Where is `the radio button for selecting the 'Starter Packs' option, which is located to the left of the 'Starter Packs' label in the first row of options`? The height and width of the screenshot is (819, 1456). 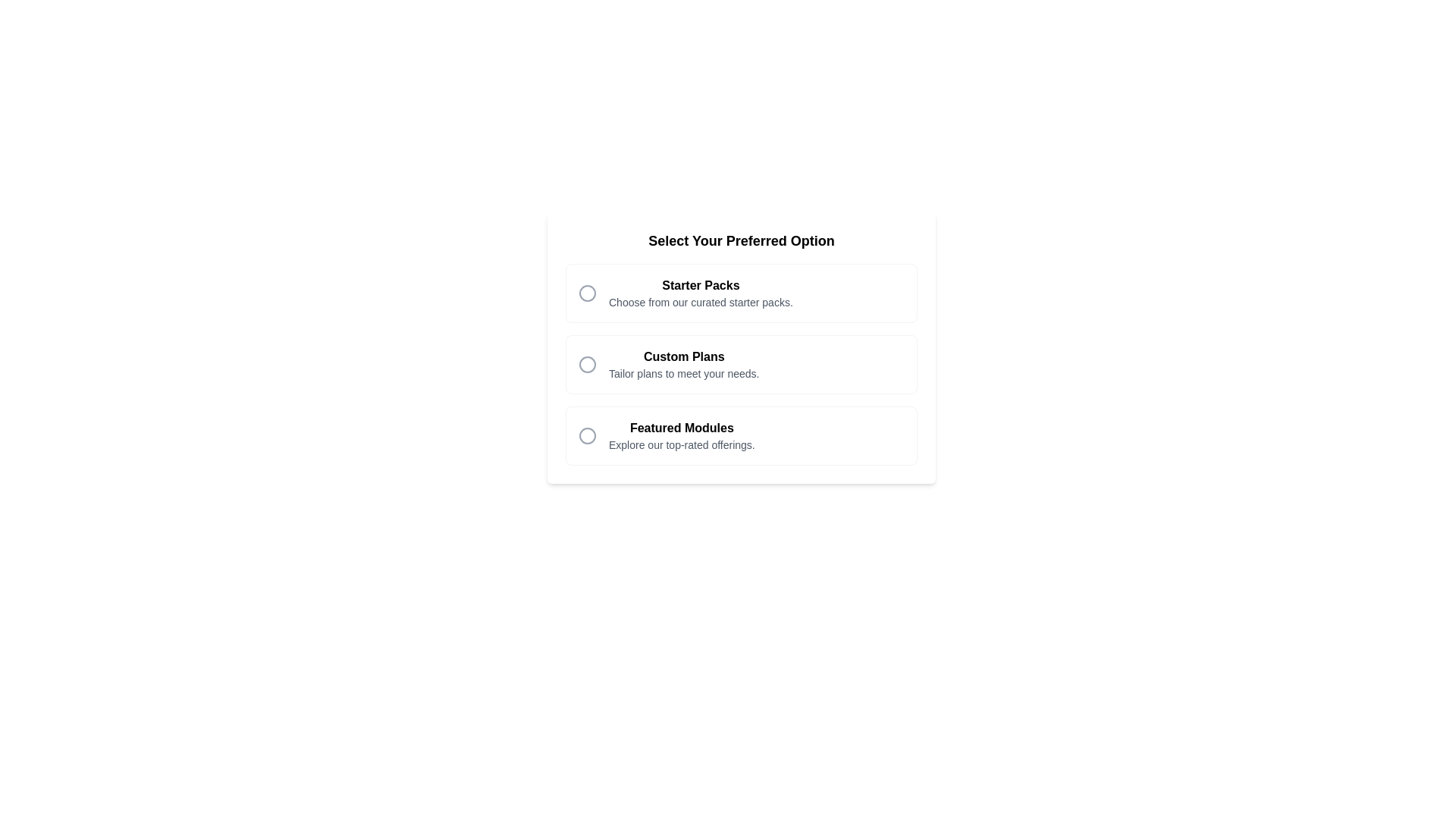 the radio button for selecting the 'Starter Packs' option, which is located to the left of the 'Starter Packs' label in the first row of options is located at coordinates (586, 293).